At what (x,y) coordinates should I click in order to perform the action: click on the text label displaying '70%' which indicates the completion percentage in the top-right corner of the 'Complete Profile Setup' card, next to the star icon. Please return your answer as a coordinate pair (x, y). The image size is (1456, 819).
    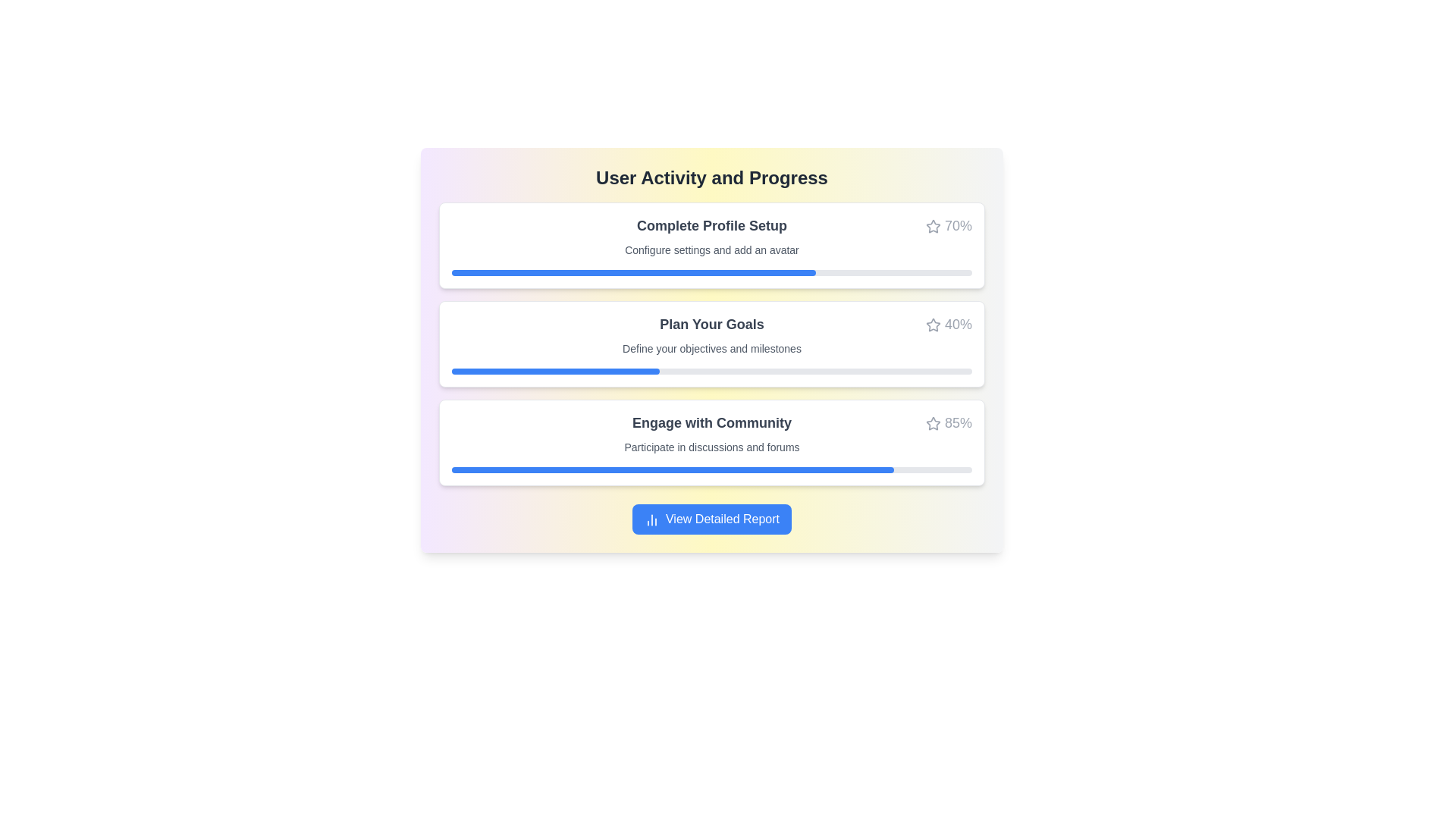
    Looking at the image, I should click on (948, 225).